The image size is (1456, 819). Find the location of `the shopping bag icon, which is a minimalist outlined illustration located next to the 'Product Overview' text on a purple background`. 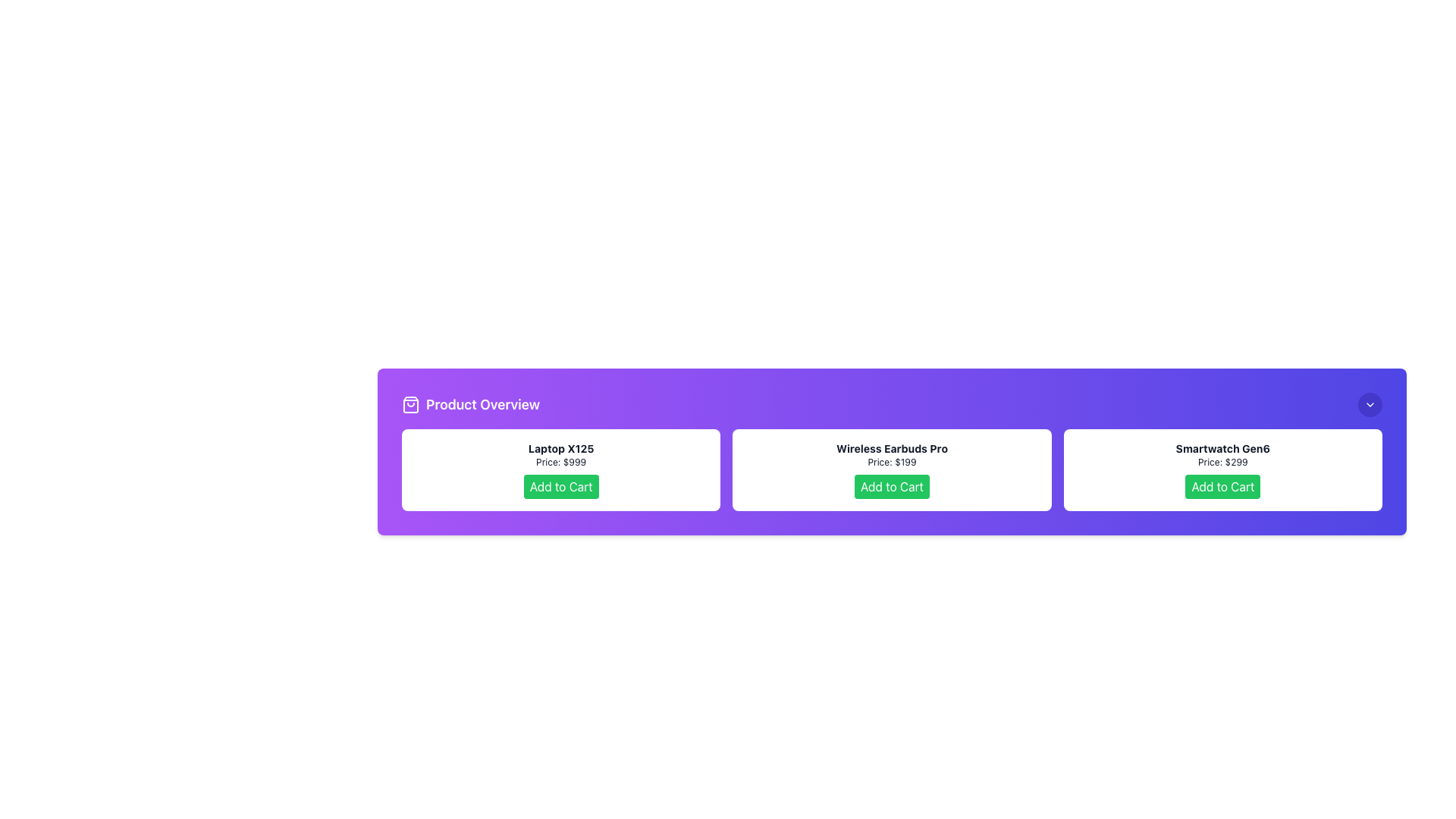

the shopping bag icon, which is a minimalist outlined illustration located next to the 'Product Overview' text on a purple background is located at coordinates (411, 403).